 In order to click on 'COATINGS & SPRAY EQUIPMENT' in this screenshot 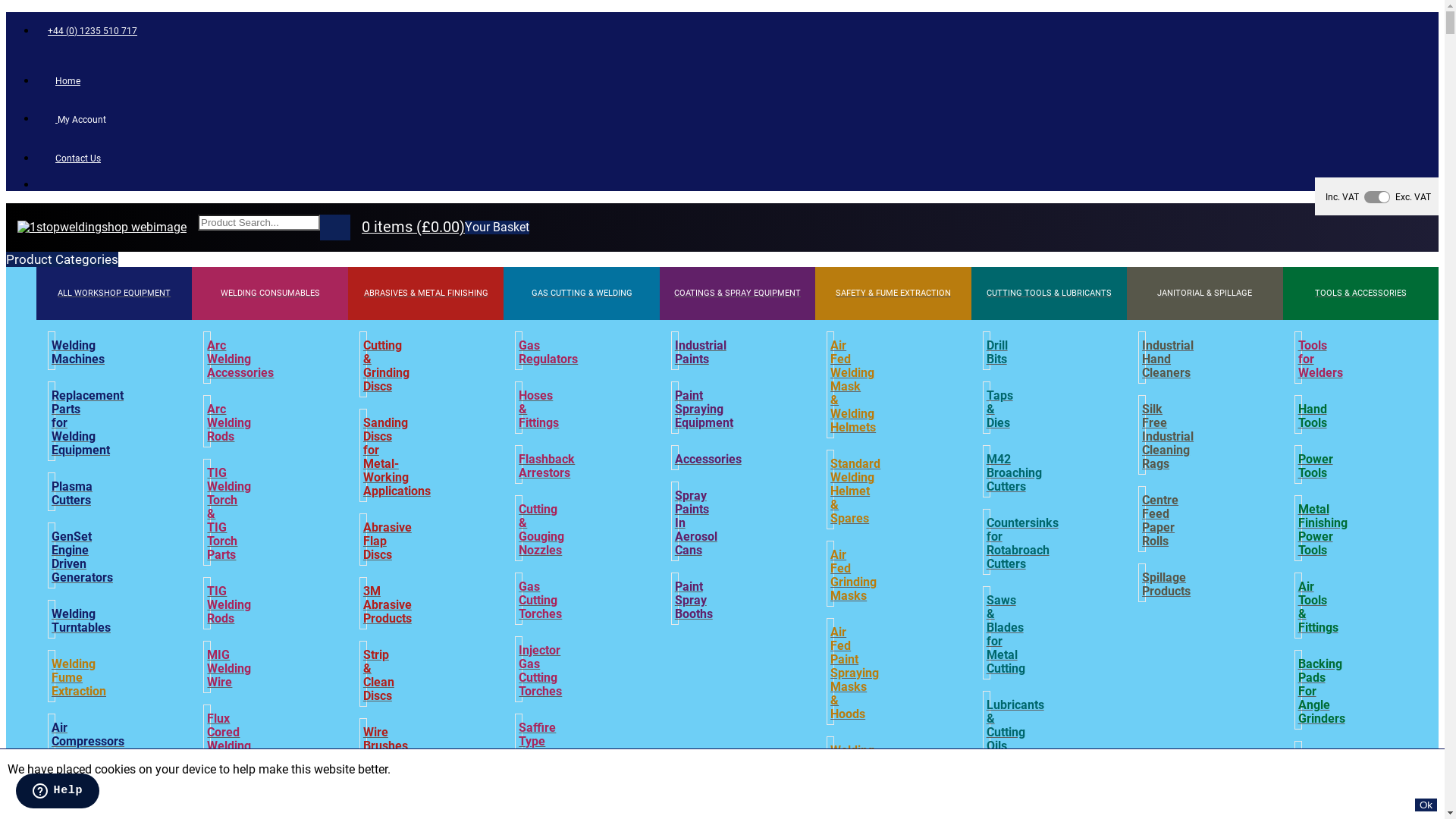, I will do `click(737, 293)`.